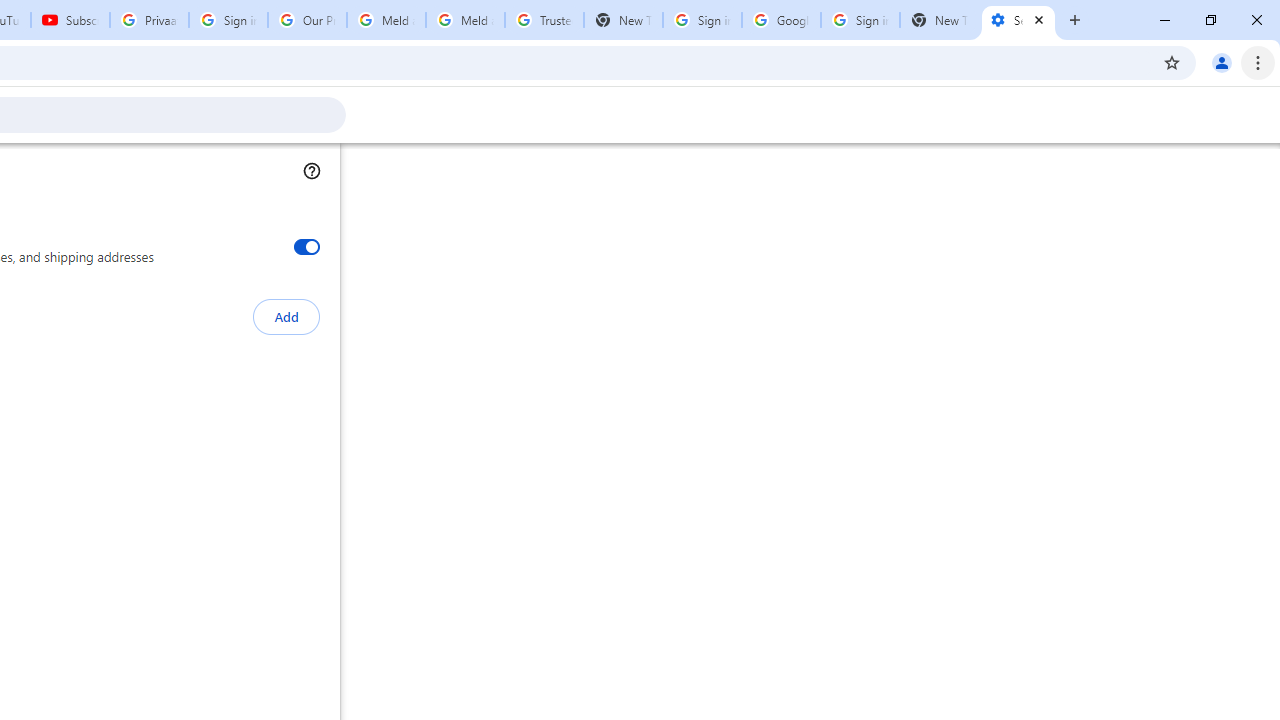 The width and height of the screenshot is (1280, 720). Describe the element at coordinates (780, 20) in the screenshot. I see `'Google Cybersecurity Innovations - Google Safety Center'` at that location.